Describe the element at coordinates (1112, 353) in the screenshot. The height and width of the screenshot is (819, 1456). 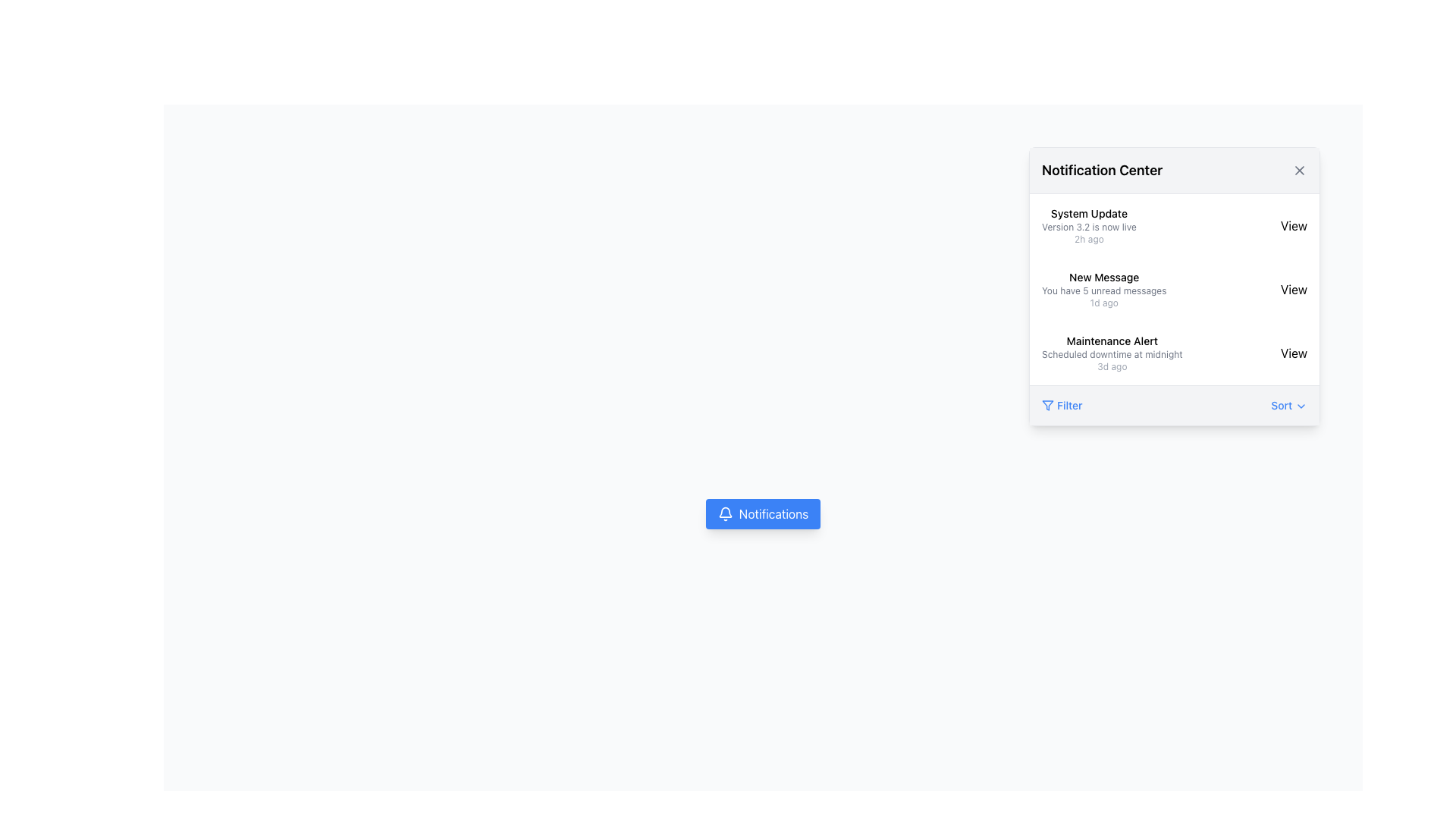
I see `notification details from the 'Maintenance Alert' text element located in the bottom section of the notification list in the 'Notification Center' popup` at that location.